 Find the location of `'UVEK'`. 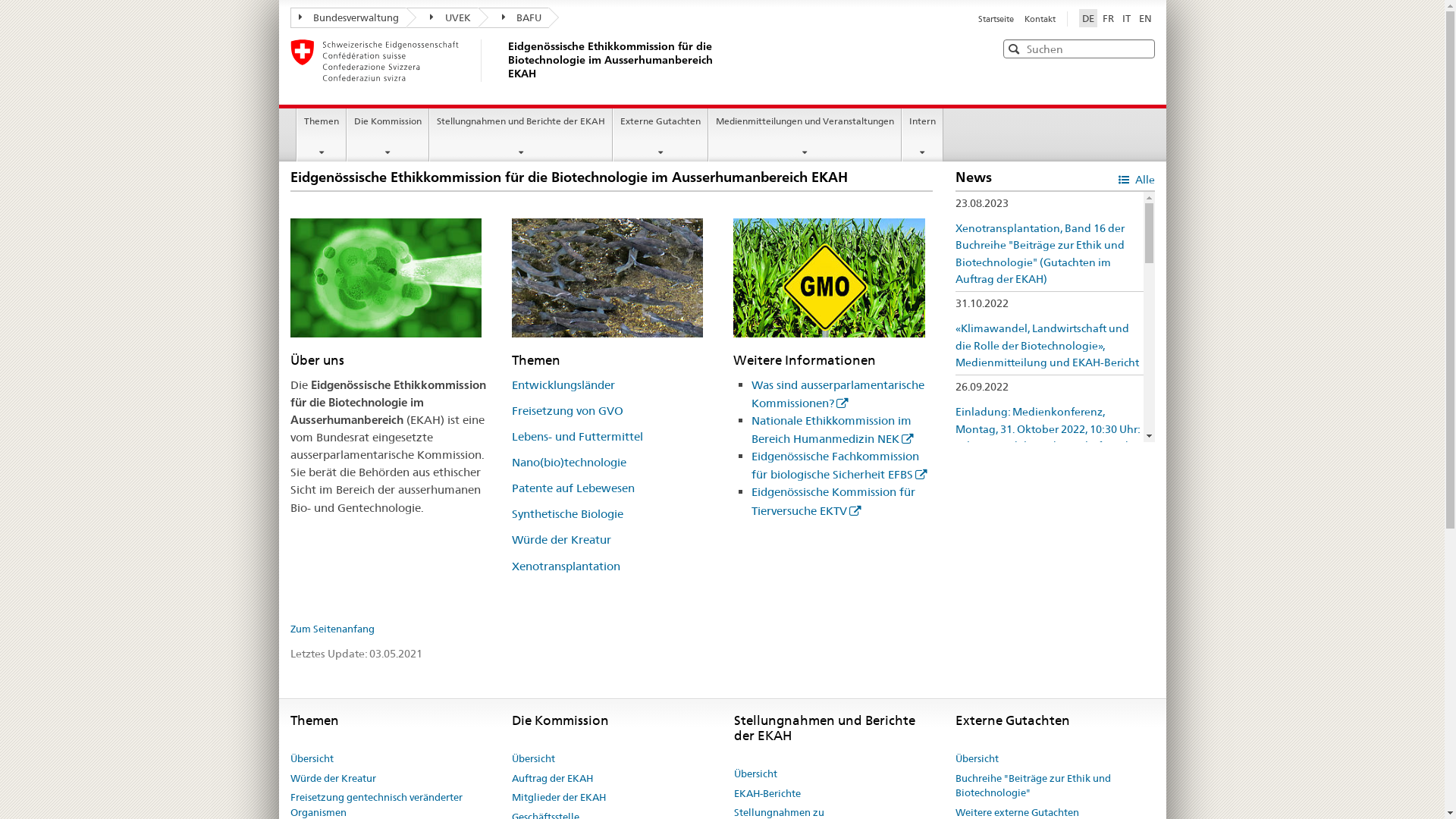

'UVEK' is located at coordinates (406, 17).